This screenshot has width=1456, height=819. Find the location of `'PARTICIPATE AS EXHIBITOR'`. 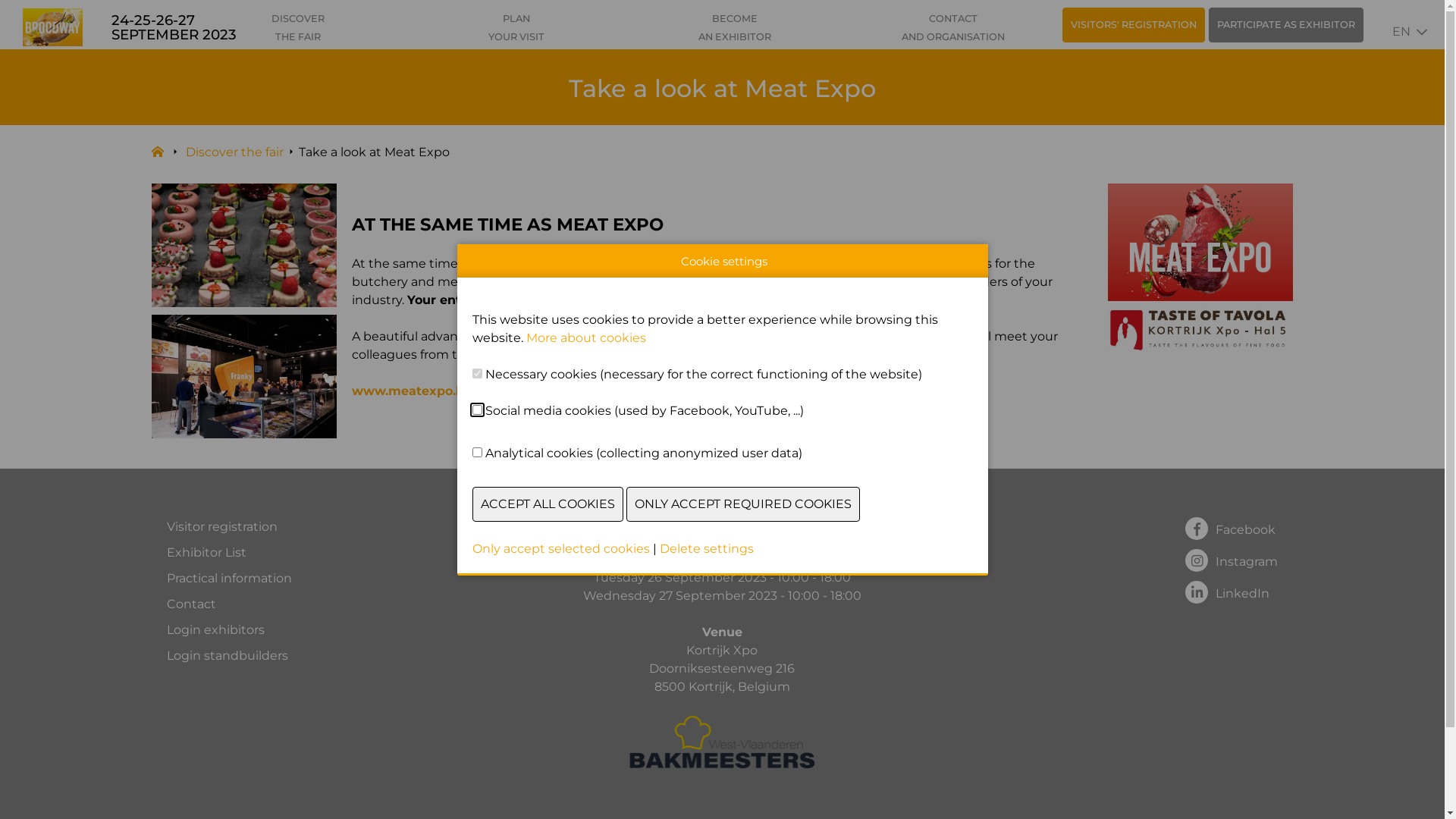

'PARTICIPATE AS EXHIBITOR' is located at coordinates (1207, 25).